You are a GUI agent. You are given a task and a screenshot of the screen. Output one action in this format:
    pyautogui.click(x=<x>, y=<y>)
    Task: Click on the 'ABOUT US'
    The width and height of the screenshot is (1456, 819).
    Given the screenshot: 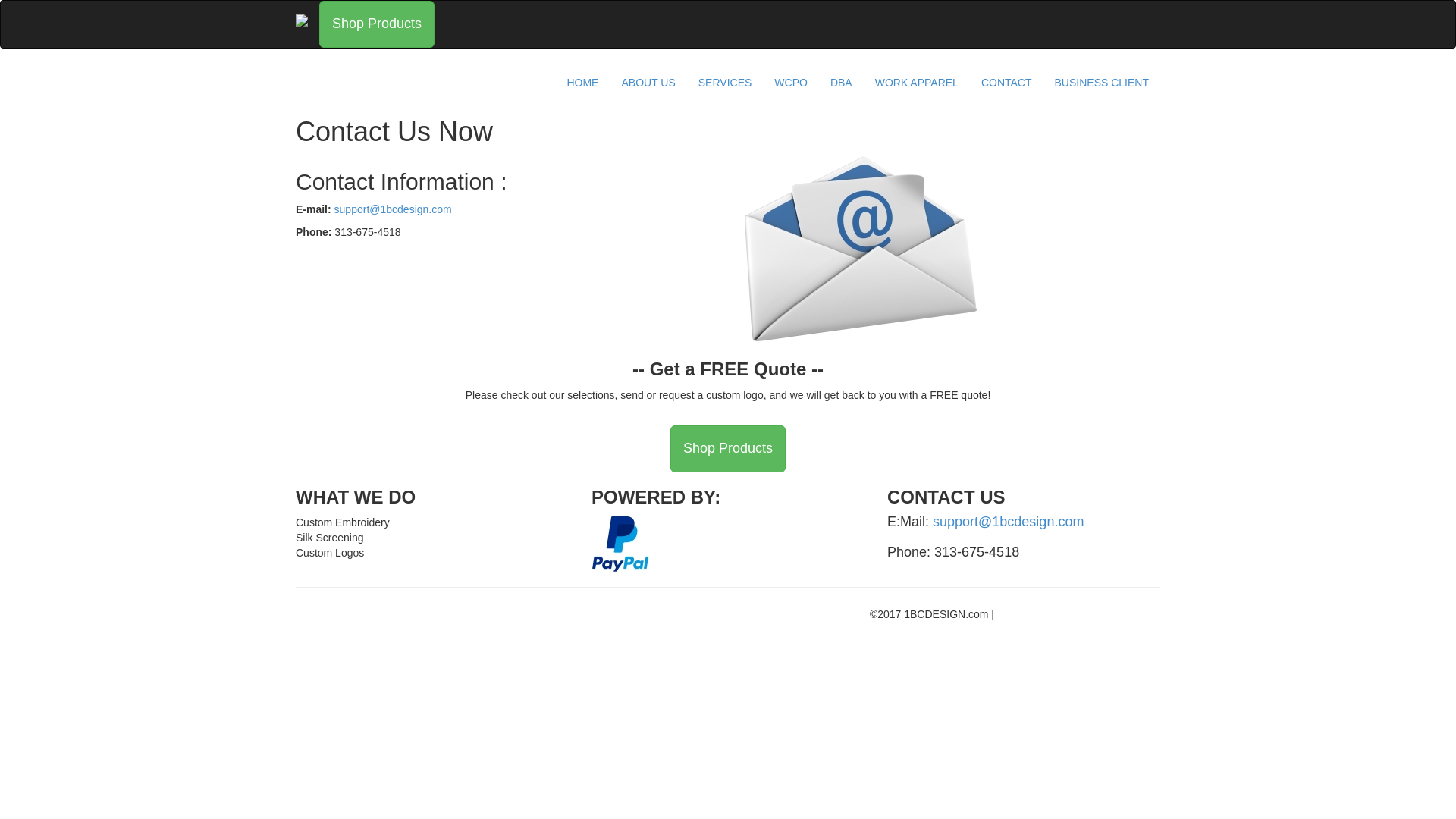 What is the action you would take?
    pyautogui.click(x=648, y=82)
    